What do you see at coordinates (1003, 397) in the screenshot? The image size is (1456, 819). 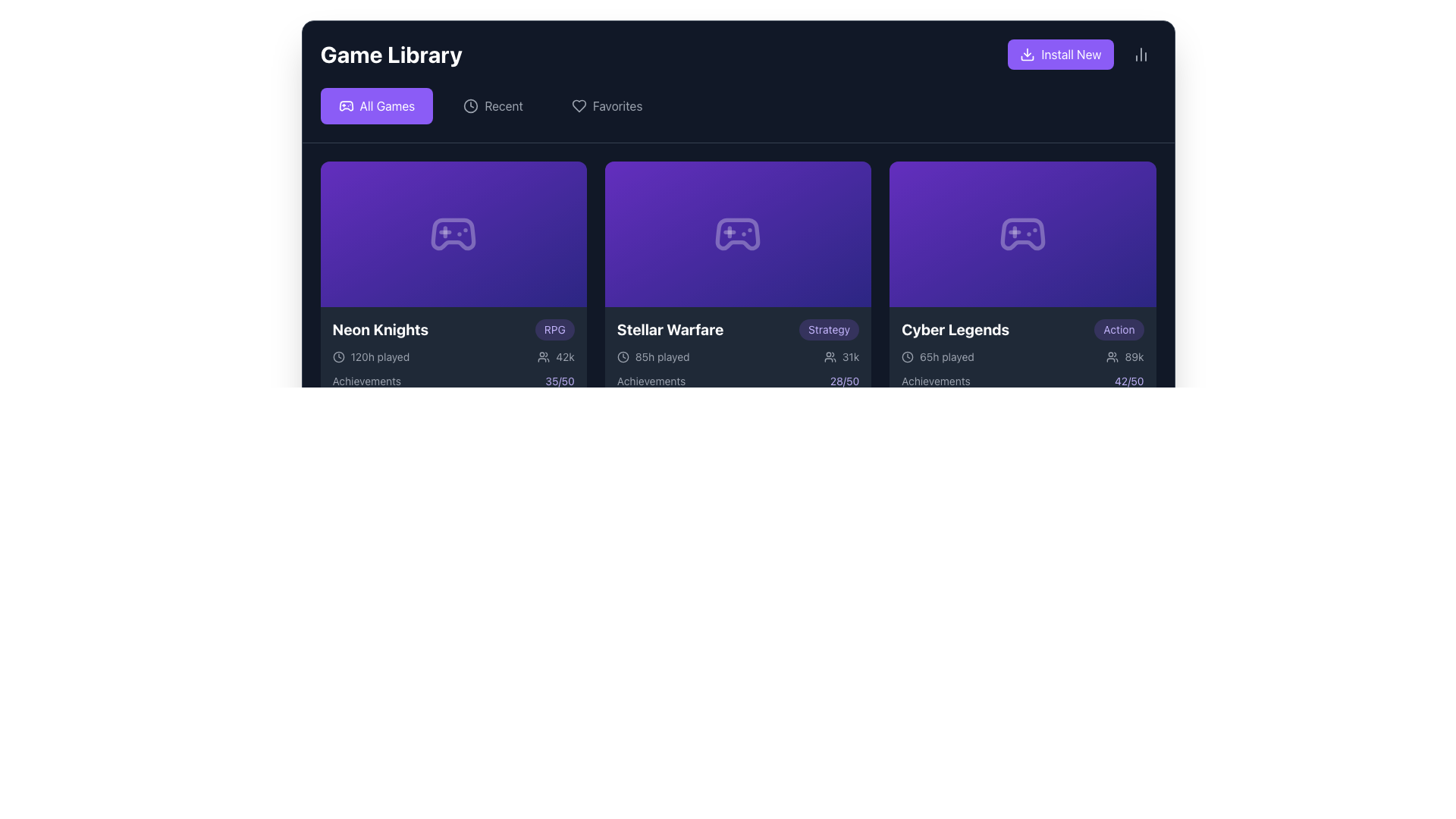 I see `the progress bar segment with a gradient color scheme transitioning from violet to indigo, located below the 'Cyber Legends' card in the 'Game Library' section` at bounding box center [1003, 397].